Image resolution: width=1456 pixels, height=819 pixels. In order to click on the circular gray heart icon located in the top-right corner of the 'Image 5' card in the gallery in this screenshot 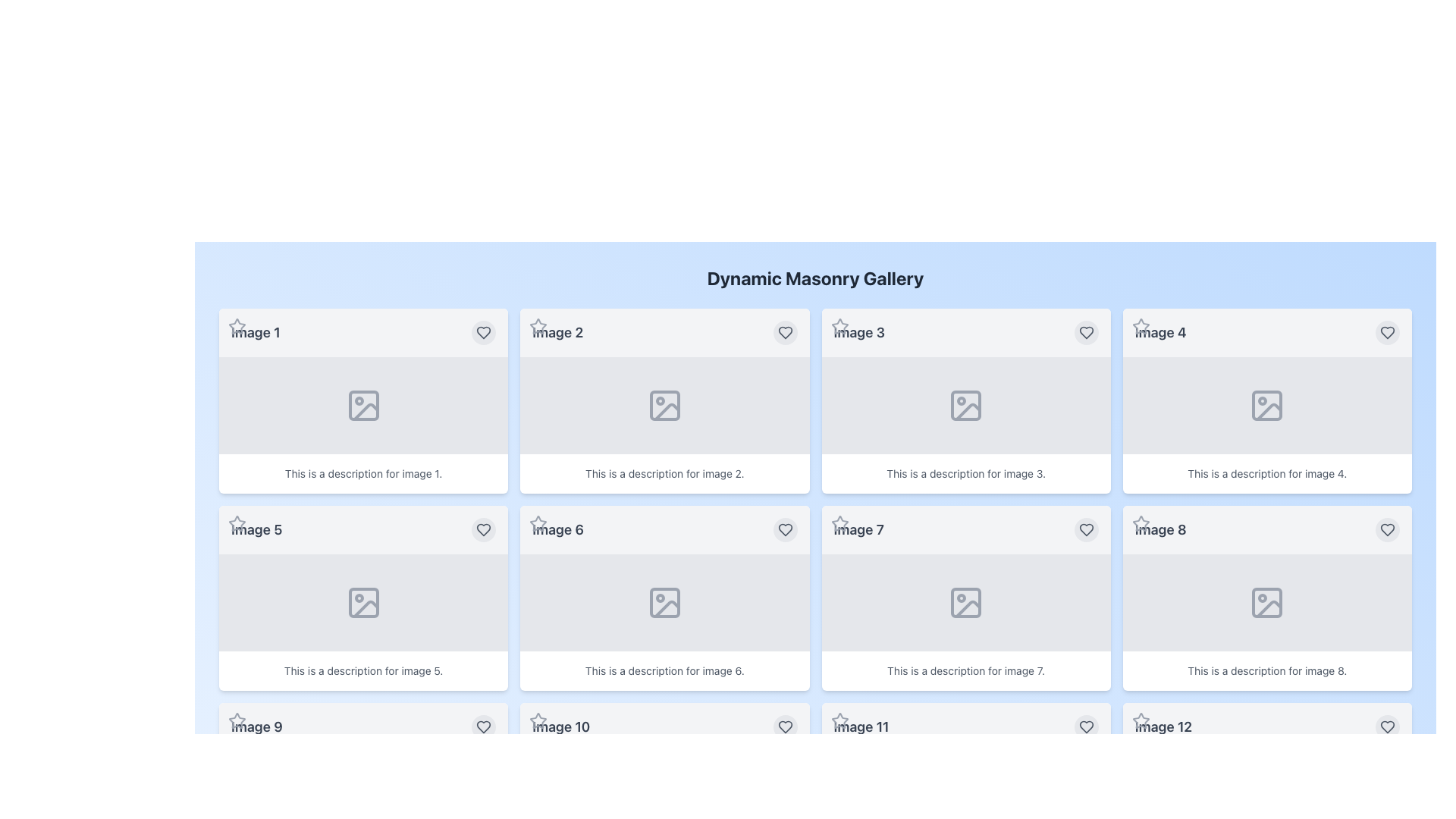, I will do `click(483, 529)`.